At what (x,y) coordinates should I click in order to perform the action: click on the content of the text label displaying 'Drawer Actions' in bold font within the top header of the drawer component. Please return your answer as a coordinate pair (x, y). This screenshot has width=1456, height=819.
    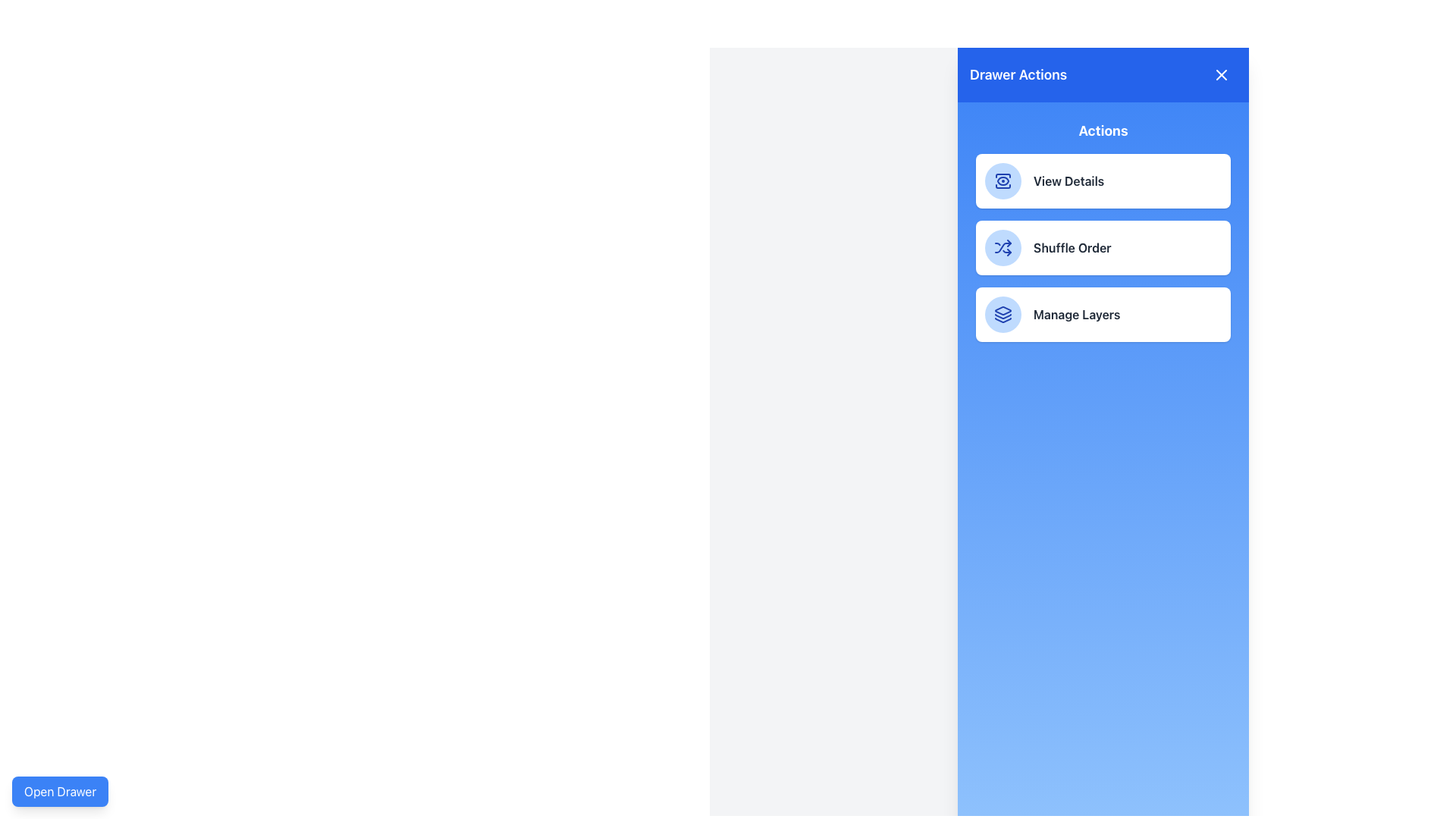
    Looking at the image, I should click on (1018, 75).